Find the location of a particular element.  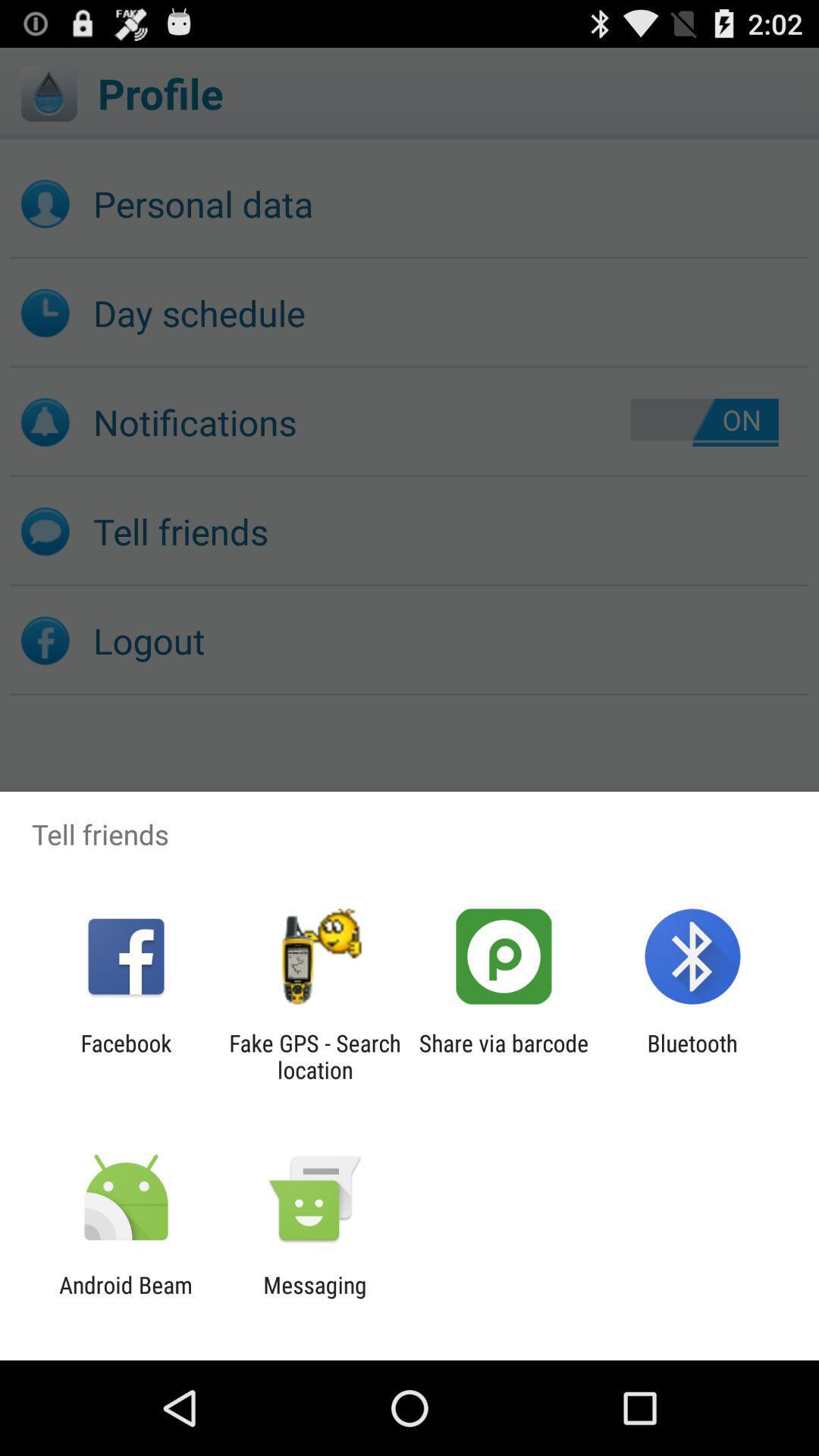

app at the bottom right corner is located at coordinates (692, 1056).